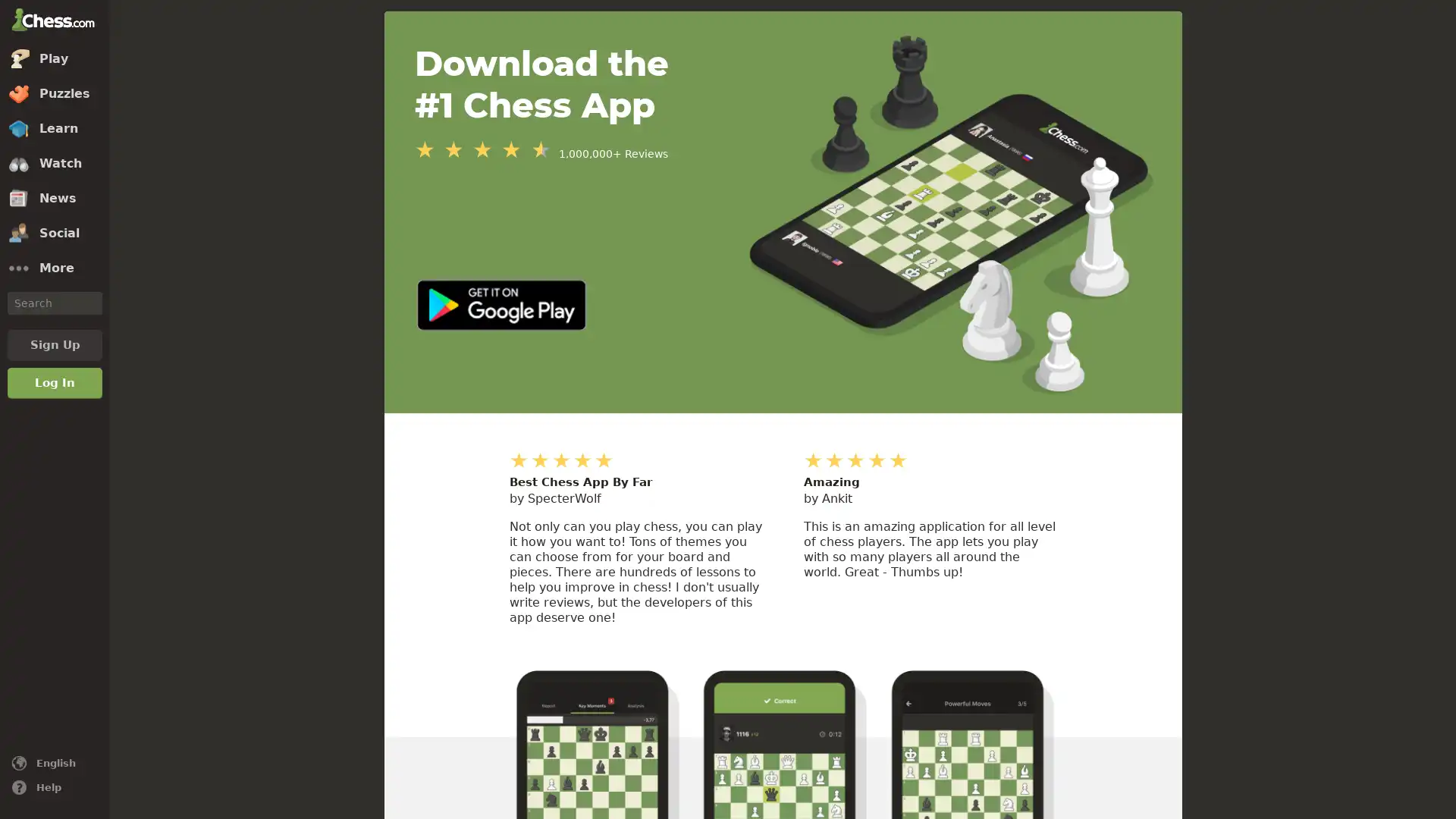  What do you see at coordinates (730, 764) in the screenshot?
I see `Play Now` at bounding box center [730, 764].